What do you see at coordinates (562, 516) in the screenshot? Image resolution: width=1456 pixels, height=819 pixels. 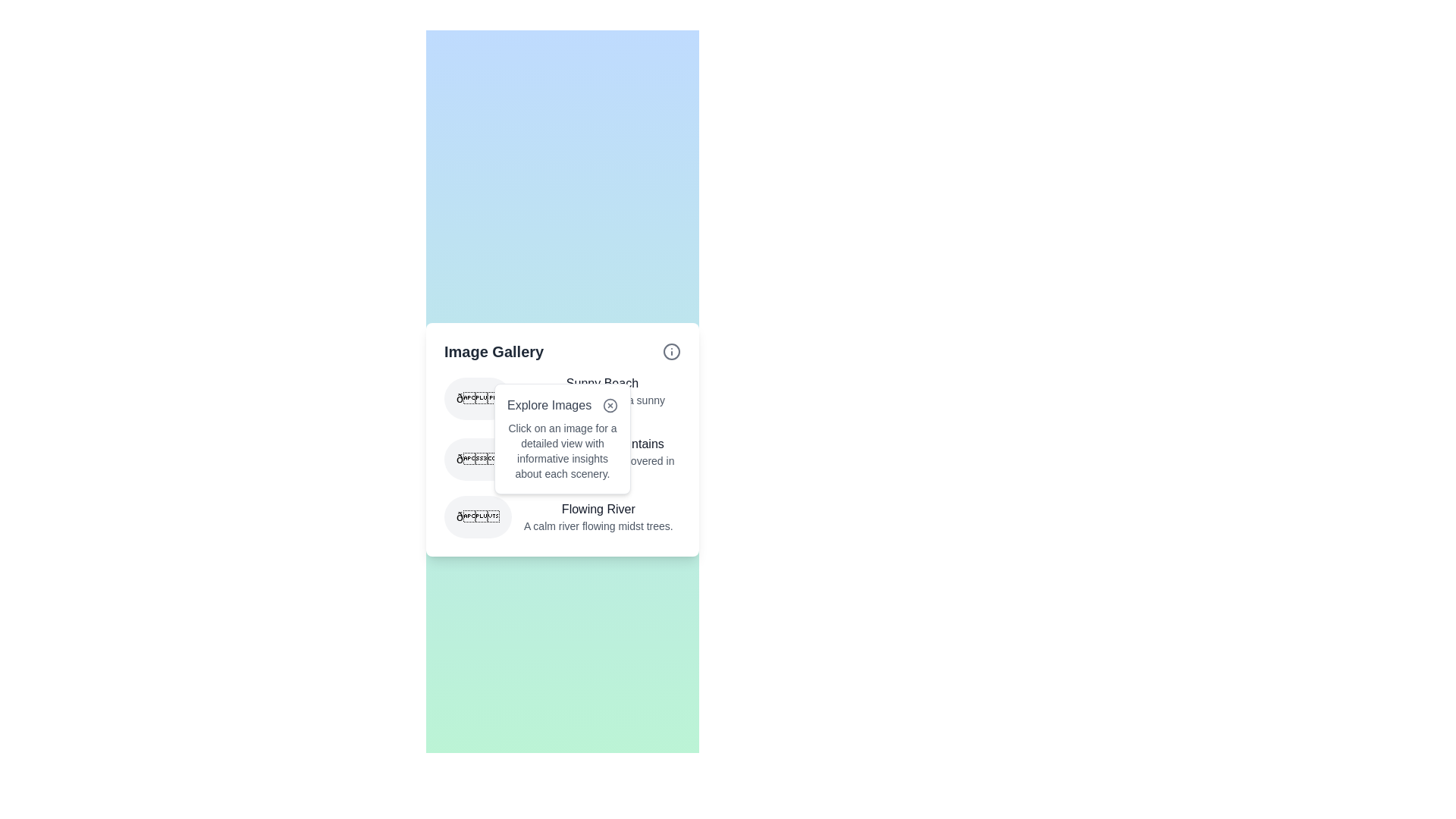 I see `the List item with the emoji icon and descriptive text that reads 'Flowing River,' located at the bottom of the vertical list inside the 'Image Gallery' card` at bounding box center [562, 516].